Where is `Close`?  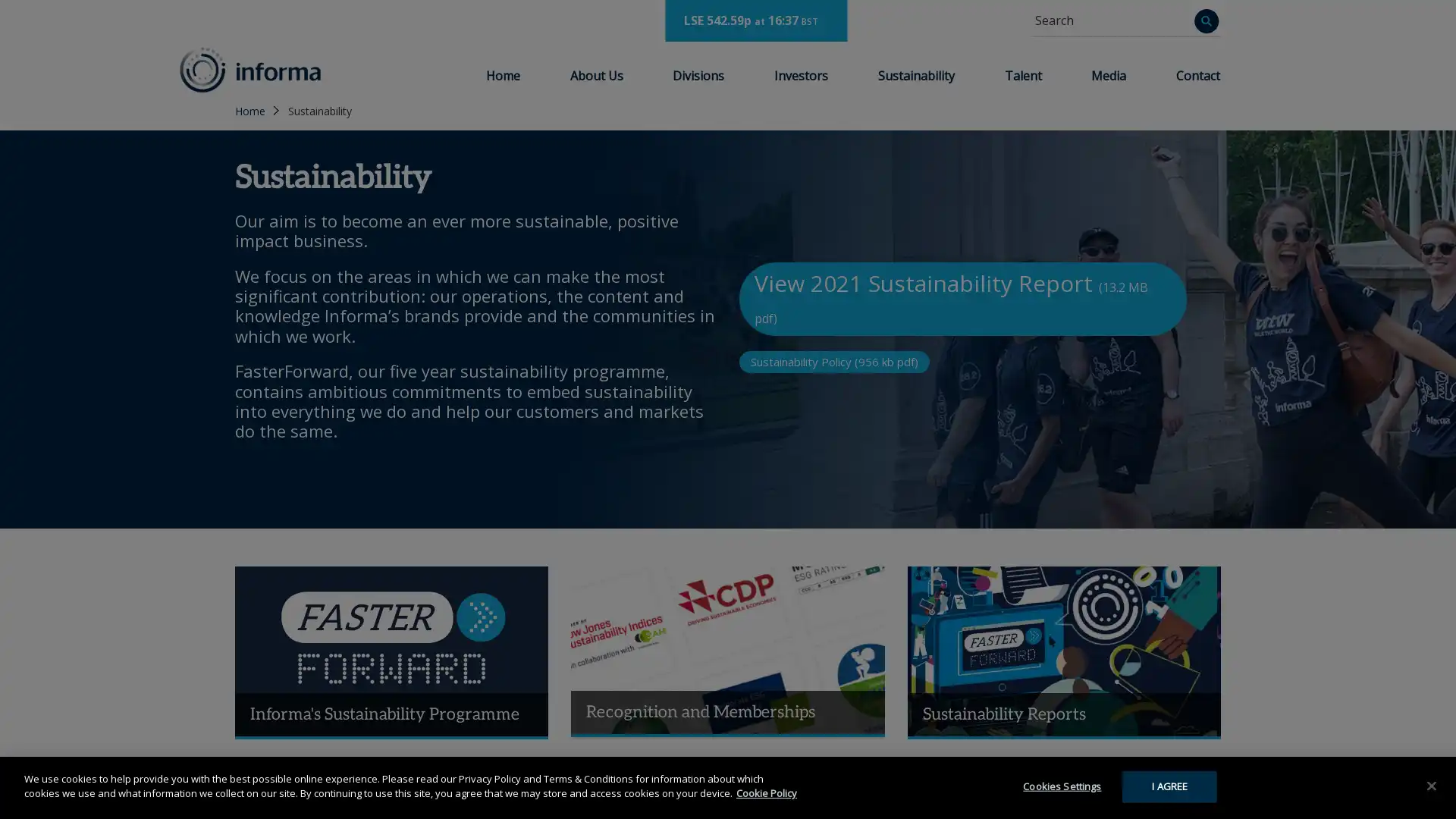 Close is located at coordinates (1430, 785).